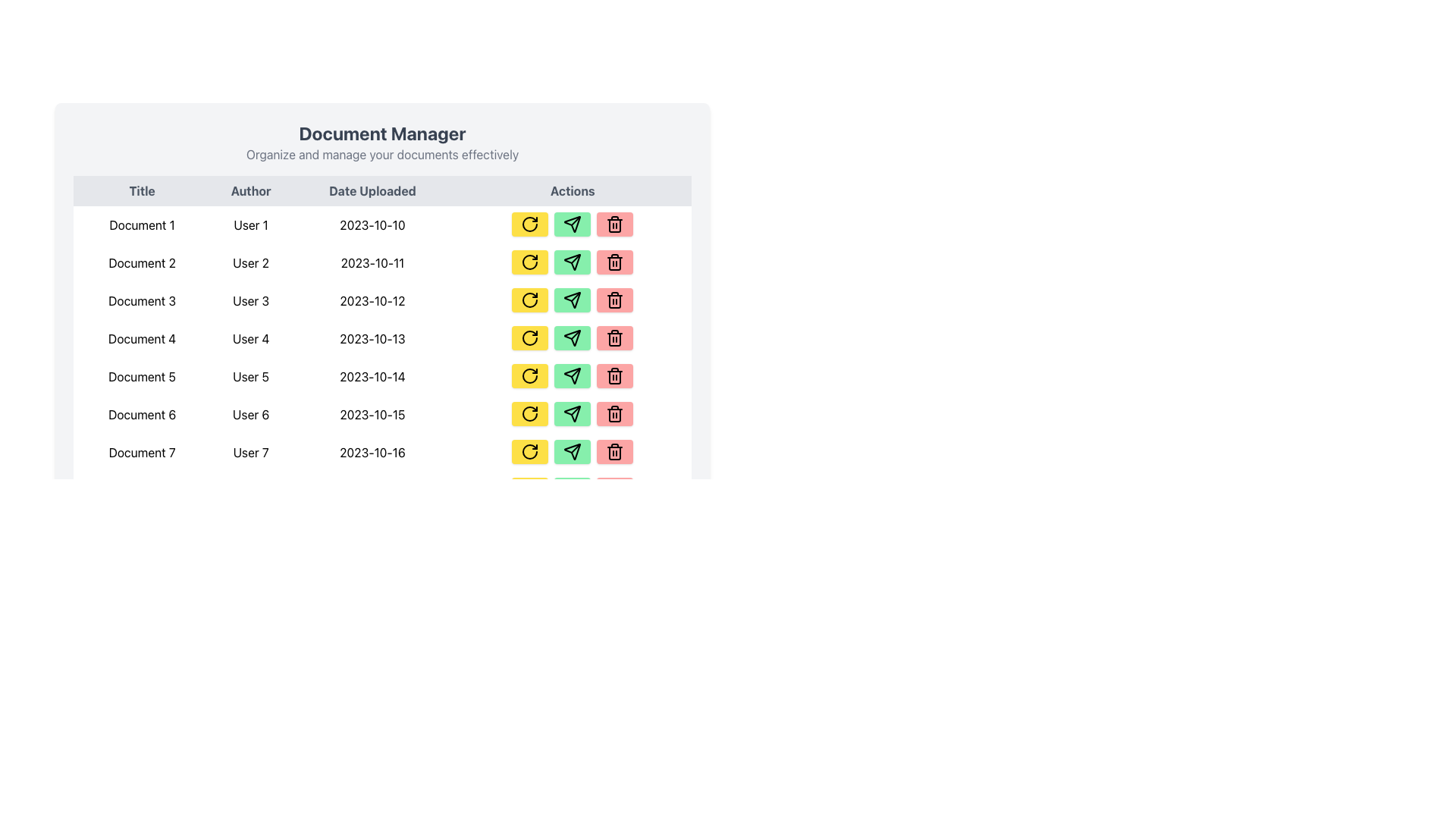  Describe the element at coordinates (572, 225) in the screenshot. I see `the send button located in the second control of the 'Actions' column in the first row of the document management table` at that location.